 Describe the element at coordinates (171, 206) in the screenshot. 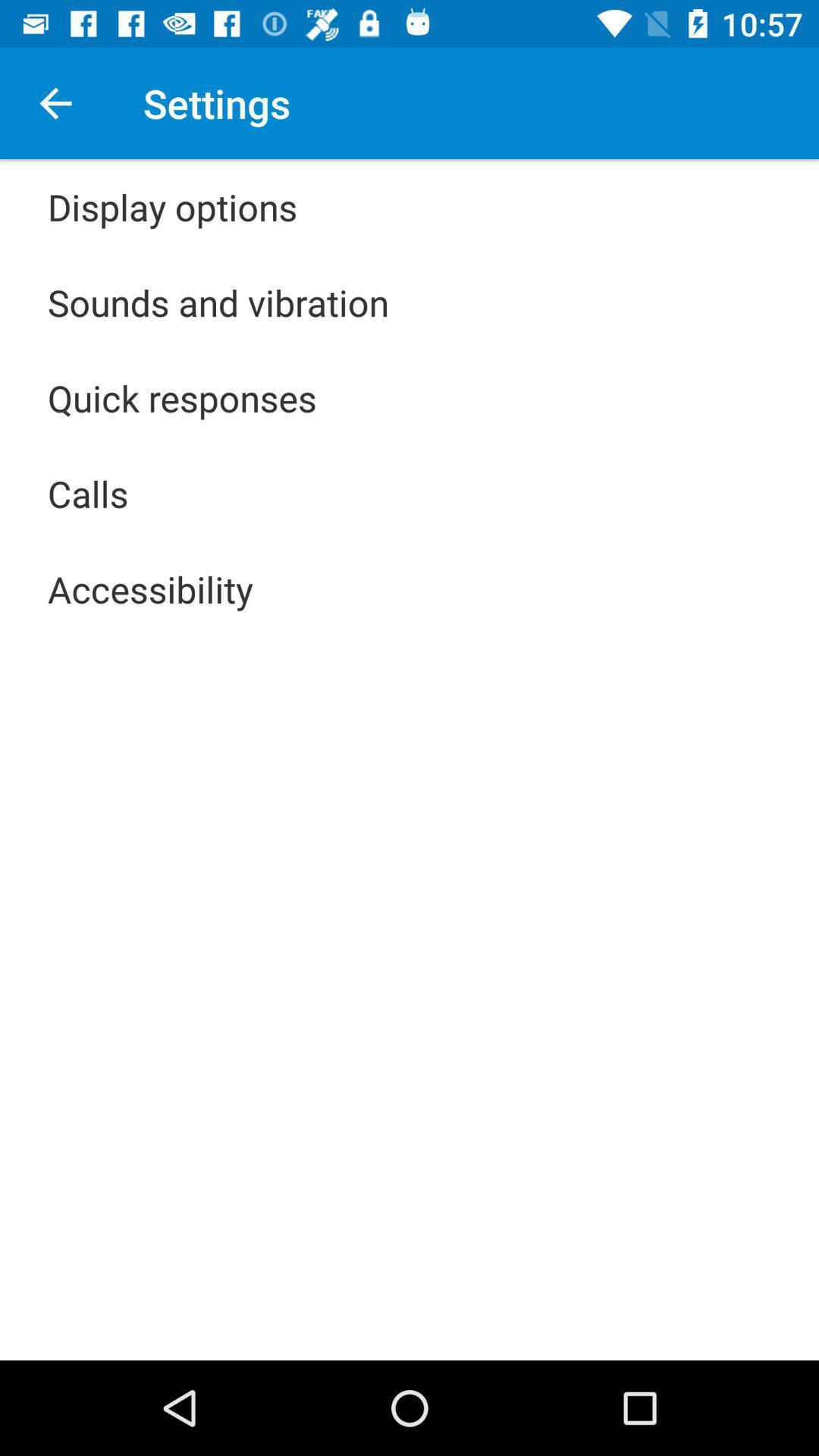

I see `the display options icon` at that location.